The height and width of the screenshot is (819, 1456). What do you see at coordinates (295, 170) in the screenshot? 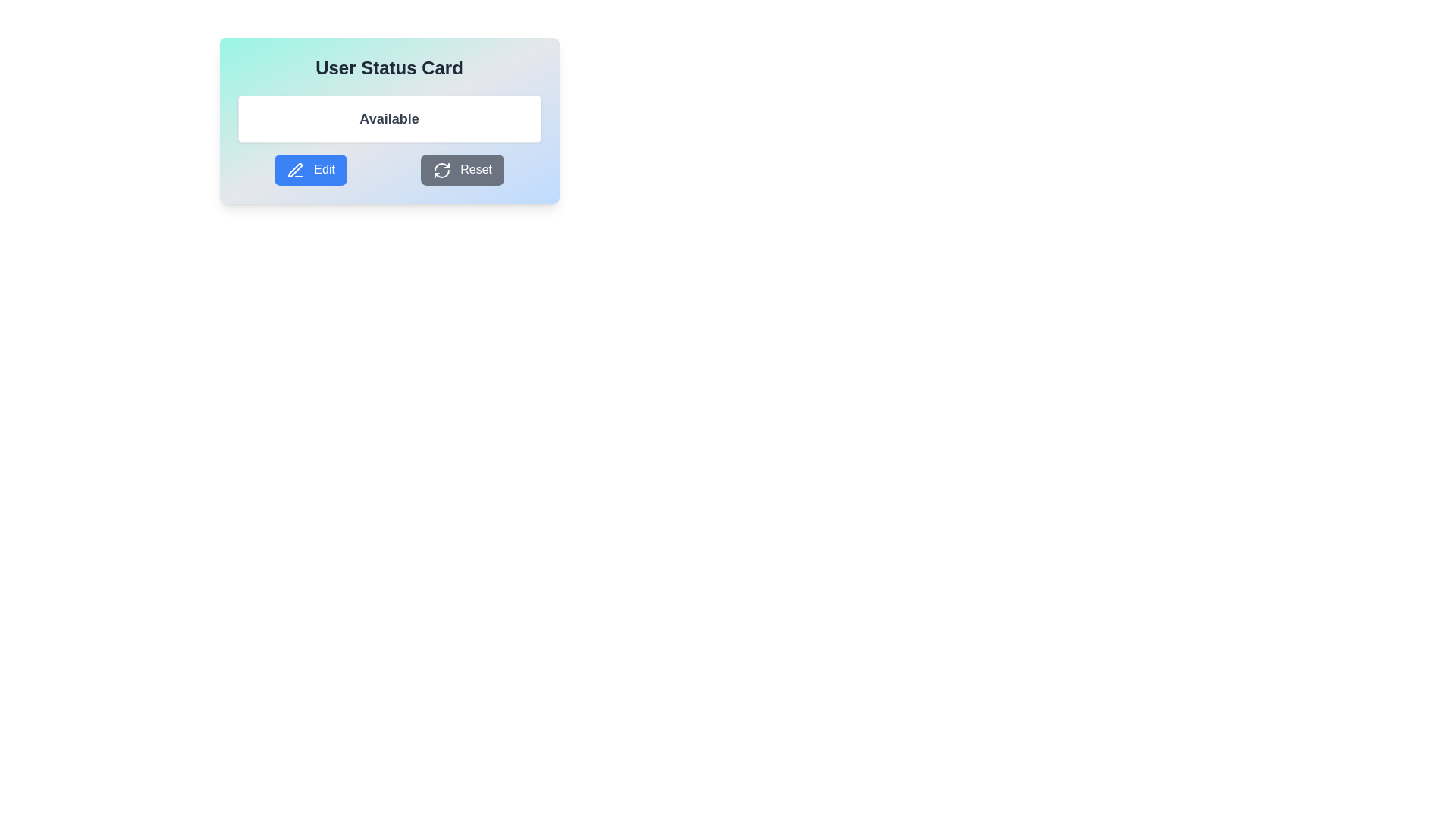
I see `the 'Edit' button featuring a pen icon` at bounding box center [295, 170].